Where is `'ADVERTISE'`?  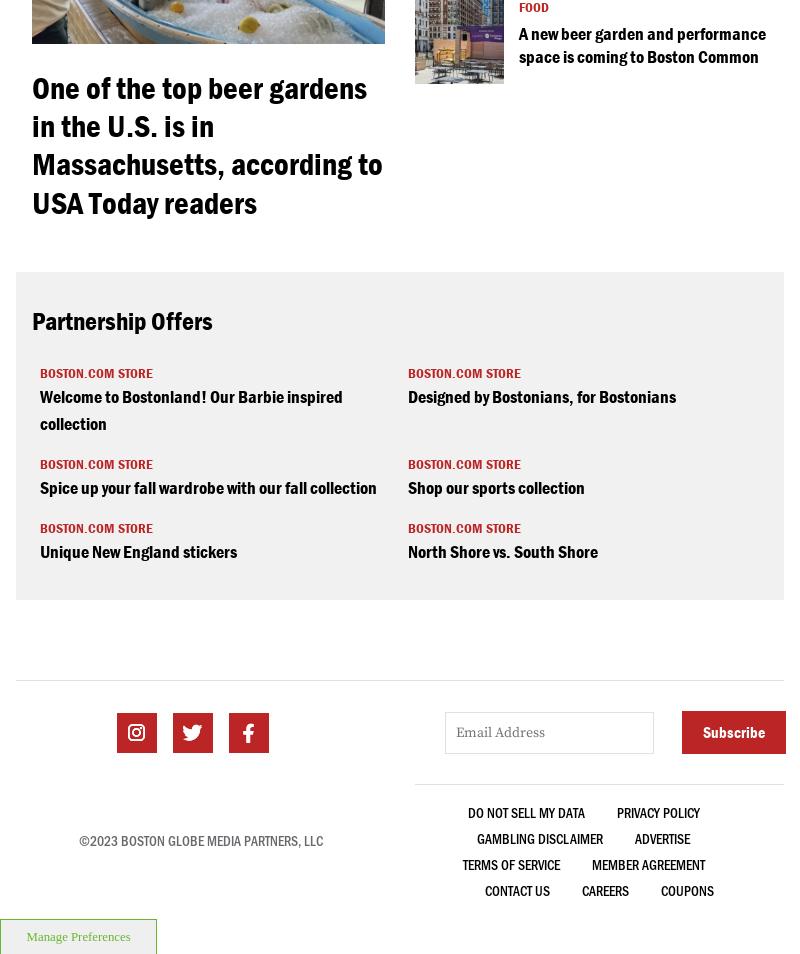
'ADVERTISE' is located at coordinates (633, 837).